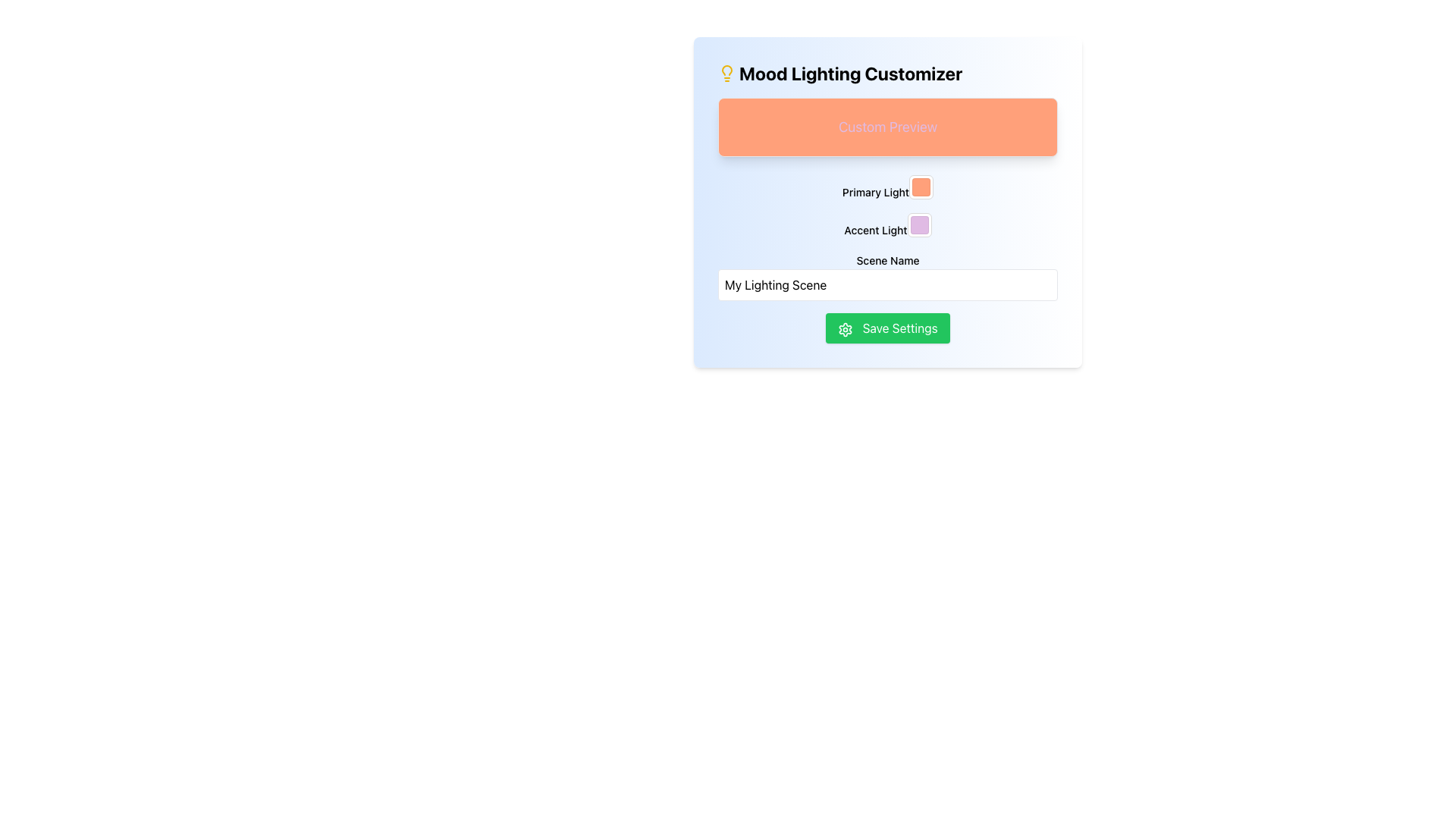 This screenshot has width=1456, height=819. What do you see at coordinates (888, 259) in the screenshot?
I see `the label that describes the purpose of the text input field for entering or displaying the name of a lighting scene, which is located above the 'My Lighting Scene' input field` at bounding box center [888, 259].